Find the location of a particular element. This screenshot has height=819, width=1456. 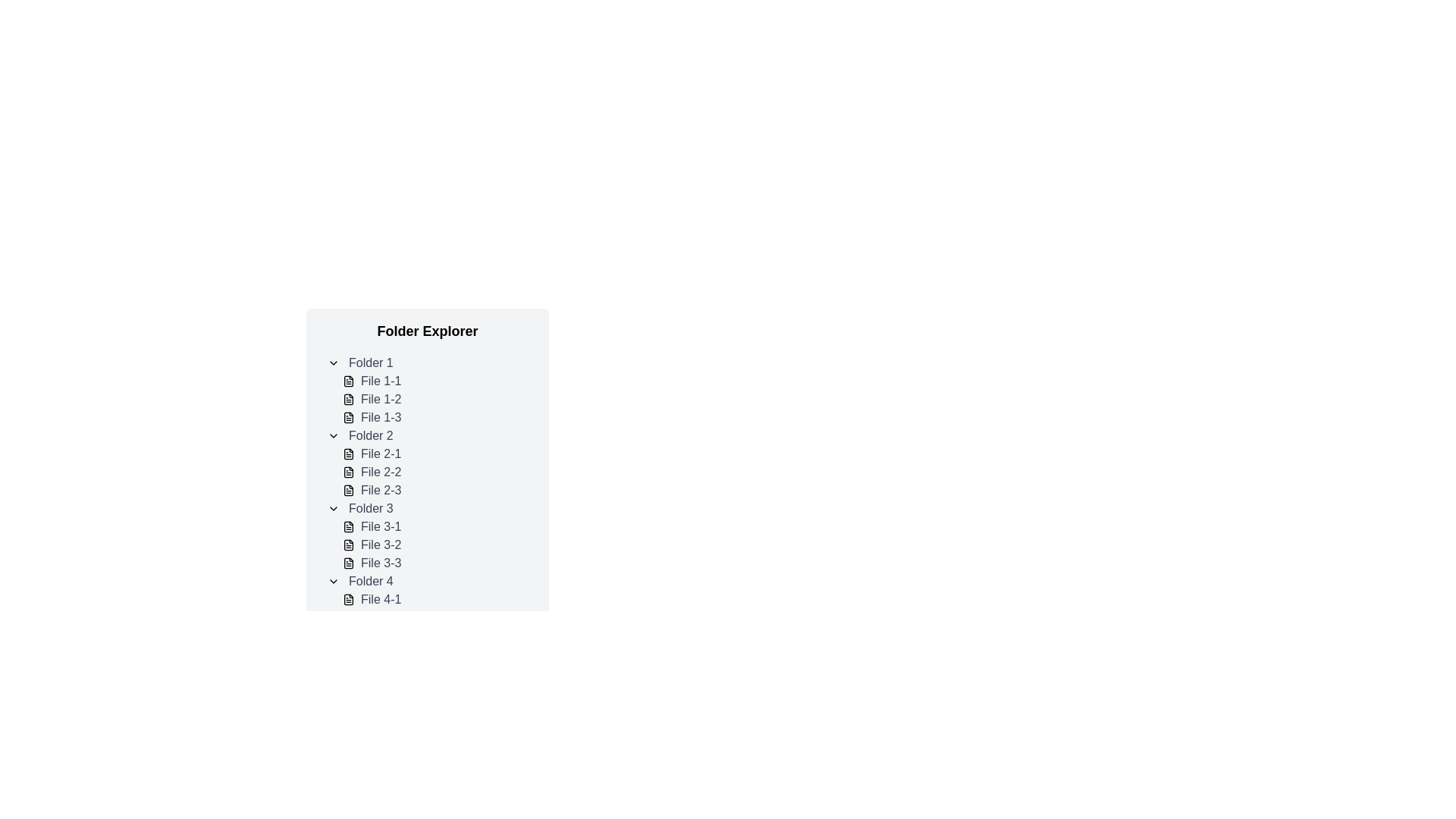

the file entry labeled 'File 1-3', which is the third item under 'Folder 1' is located at coordinates (439, 418).